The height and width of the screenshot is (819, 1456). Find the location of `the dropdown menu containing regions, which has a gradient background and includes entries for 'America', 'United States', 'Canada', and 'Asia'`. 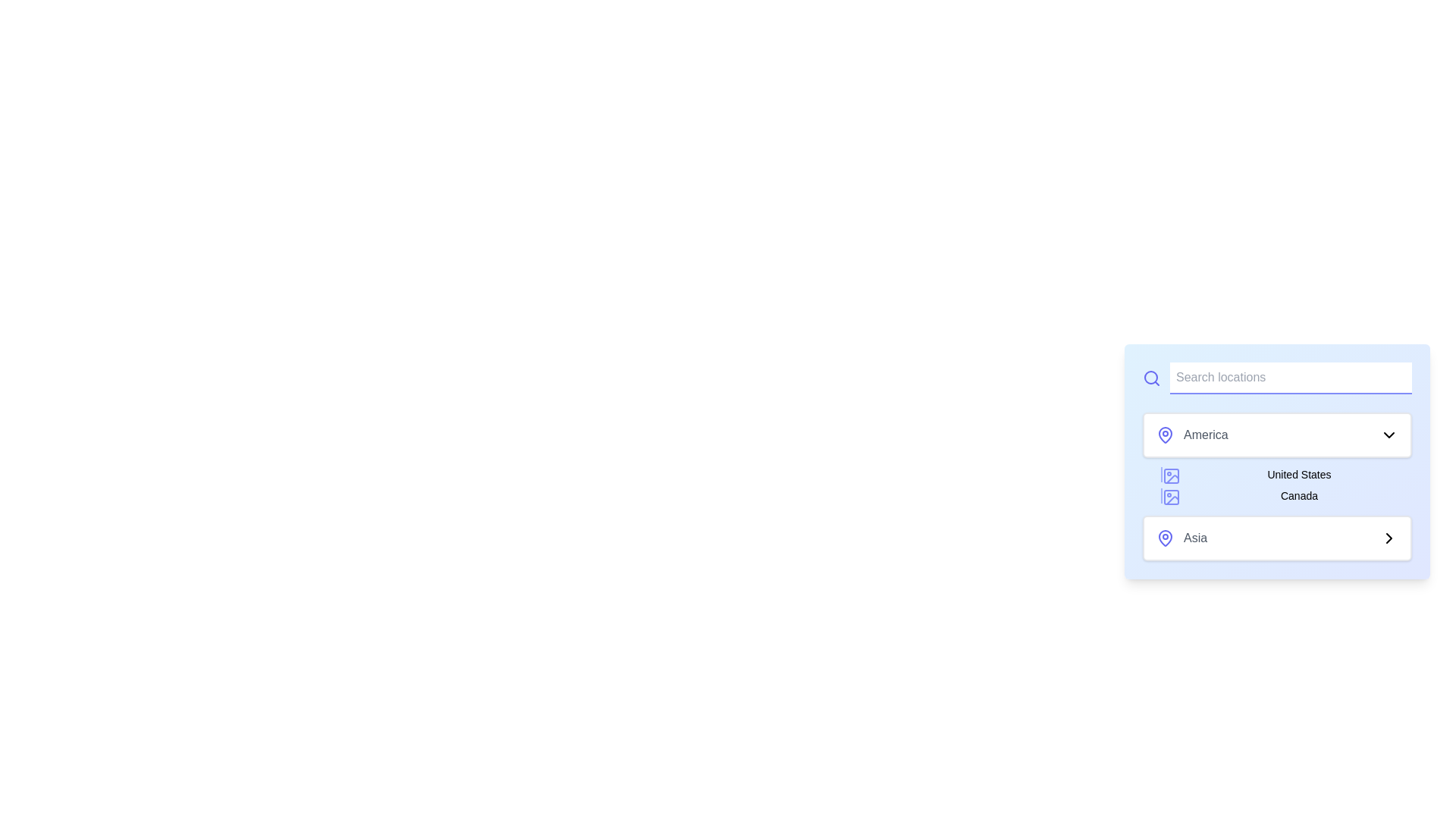

the dropdown menu containing regions, which has a gradient background and includes entries for 'America', 'United States', 'Canada', and 'Asia' is located at coordinates (1276, 486).